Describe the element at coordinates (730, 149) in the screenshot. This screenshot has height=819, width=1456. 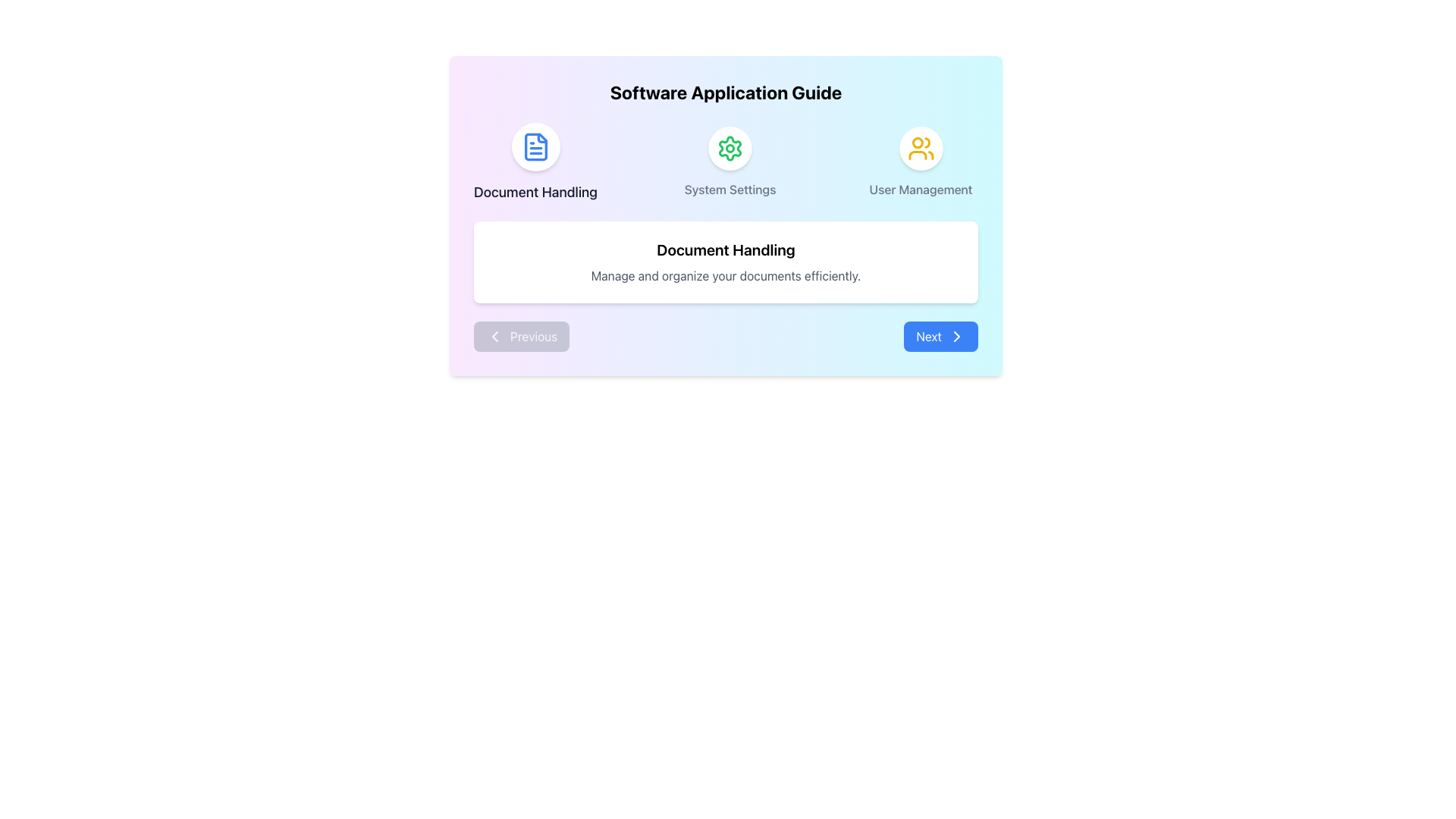
I see `the small circular SVG element located at the center of the 'System Settings' icon, which resembles a cogwheel` at that location.